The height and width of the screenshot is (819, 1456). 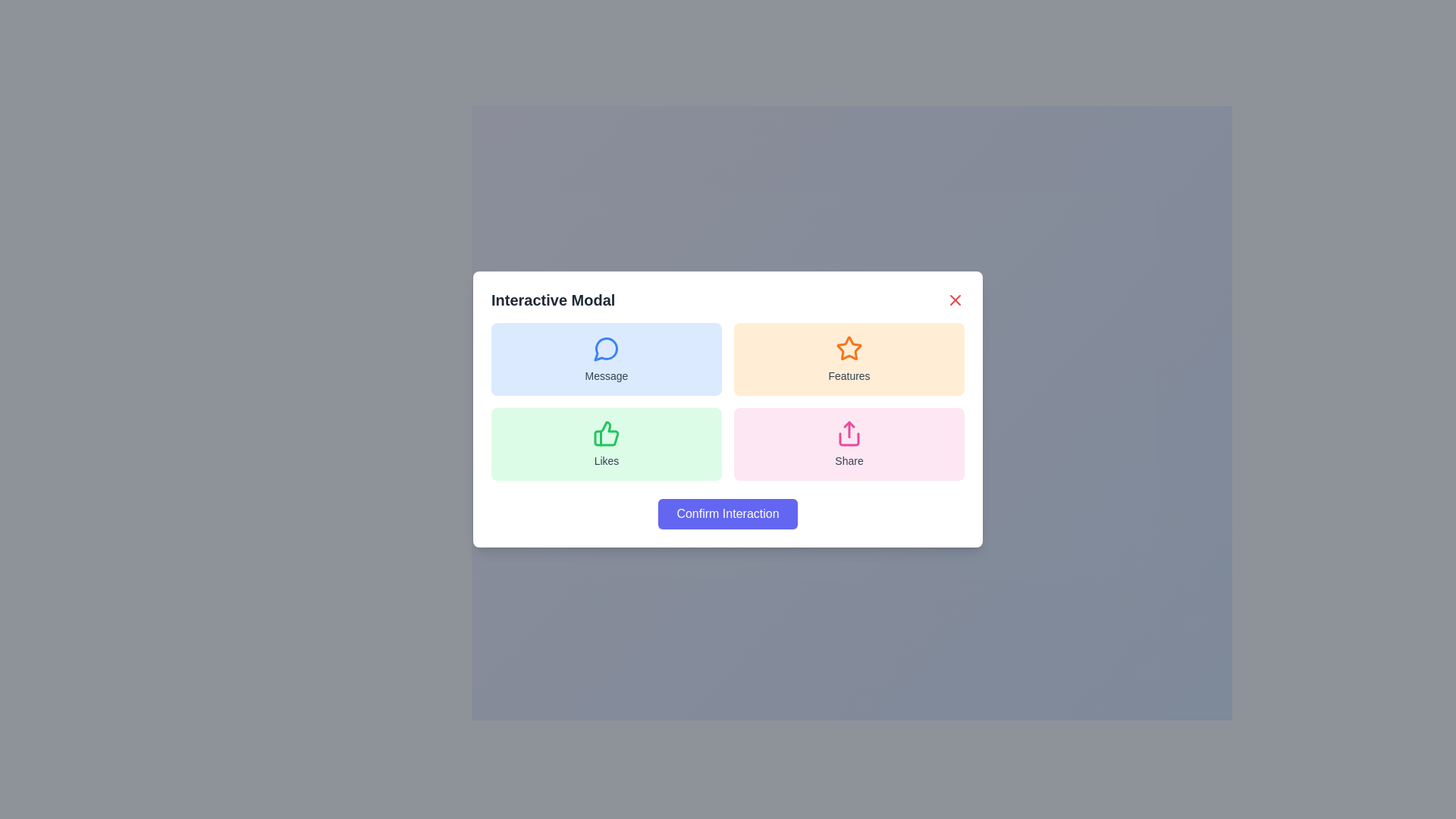 What do you see at coordinates (848, 348) in the screenshot?
I see `the star icon representing the 'Features' option within the modal, located at the top-right quadrant of a 2x2 grid layout` at bounding box center [848, 348].